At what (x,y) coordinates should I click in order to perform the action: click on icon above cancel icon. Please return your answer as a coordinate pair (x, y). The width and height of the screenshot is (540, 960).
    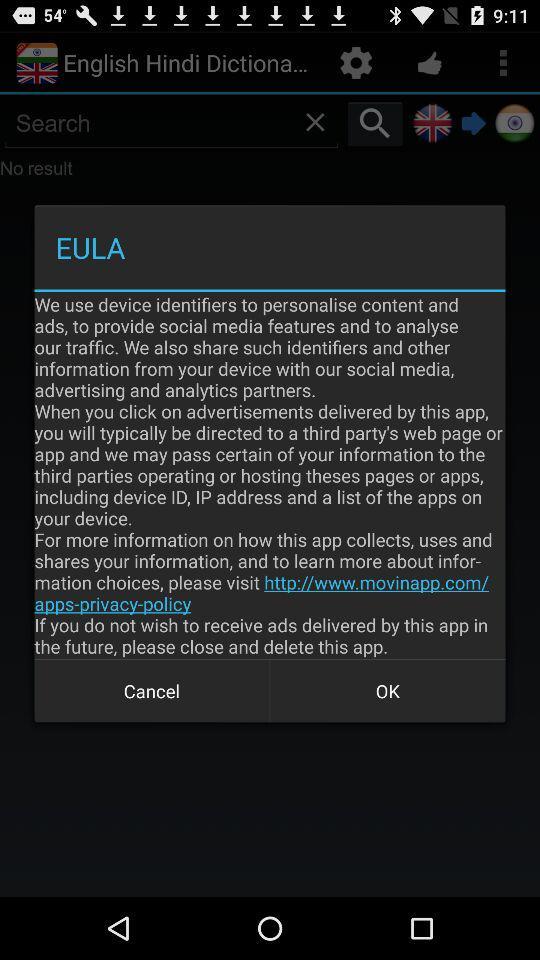
    Looking at the image, I should click on (270, 475).